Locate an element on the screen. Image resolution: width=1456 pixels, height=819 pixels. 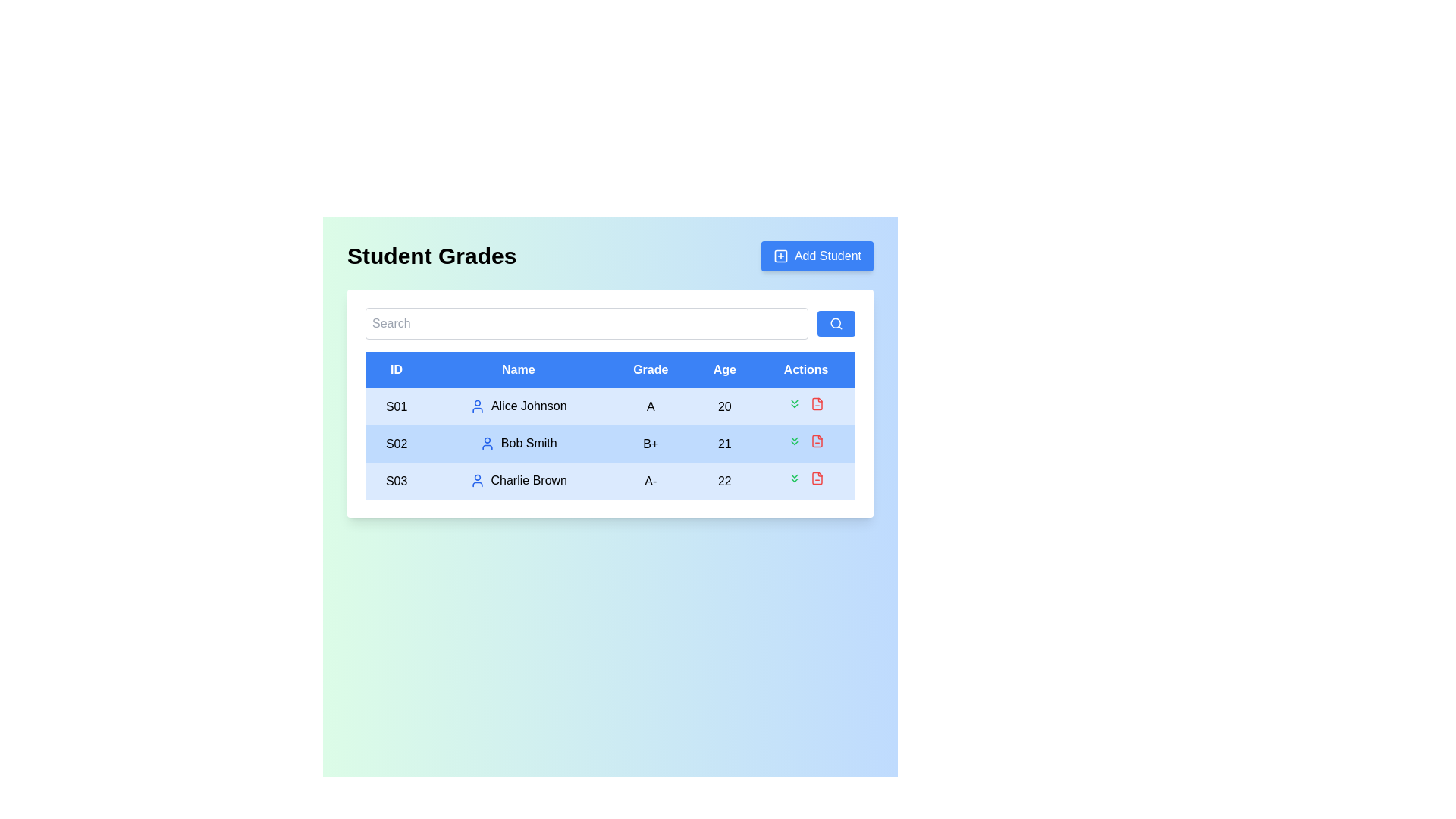
the details of the student name element displaying 'Alice Johnson' in the first row of the table, located in the 'Name' column adjacent to 'S01' in the 'ID' column and 'A' in the 'Grade' column is located at coordinates (518, 406).